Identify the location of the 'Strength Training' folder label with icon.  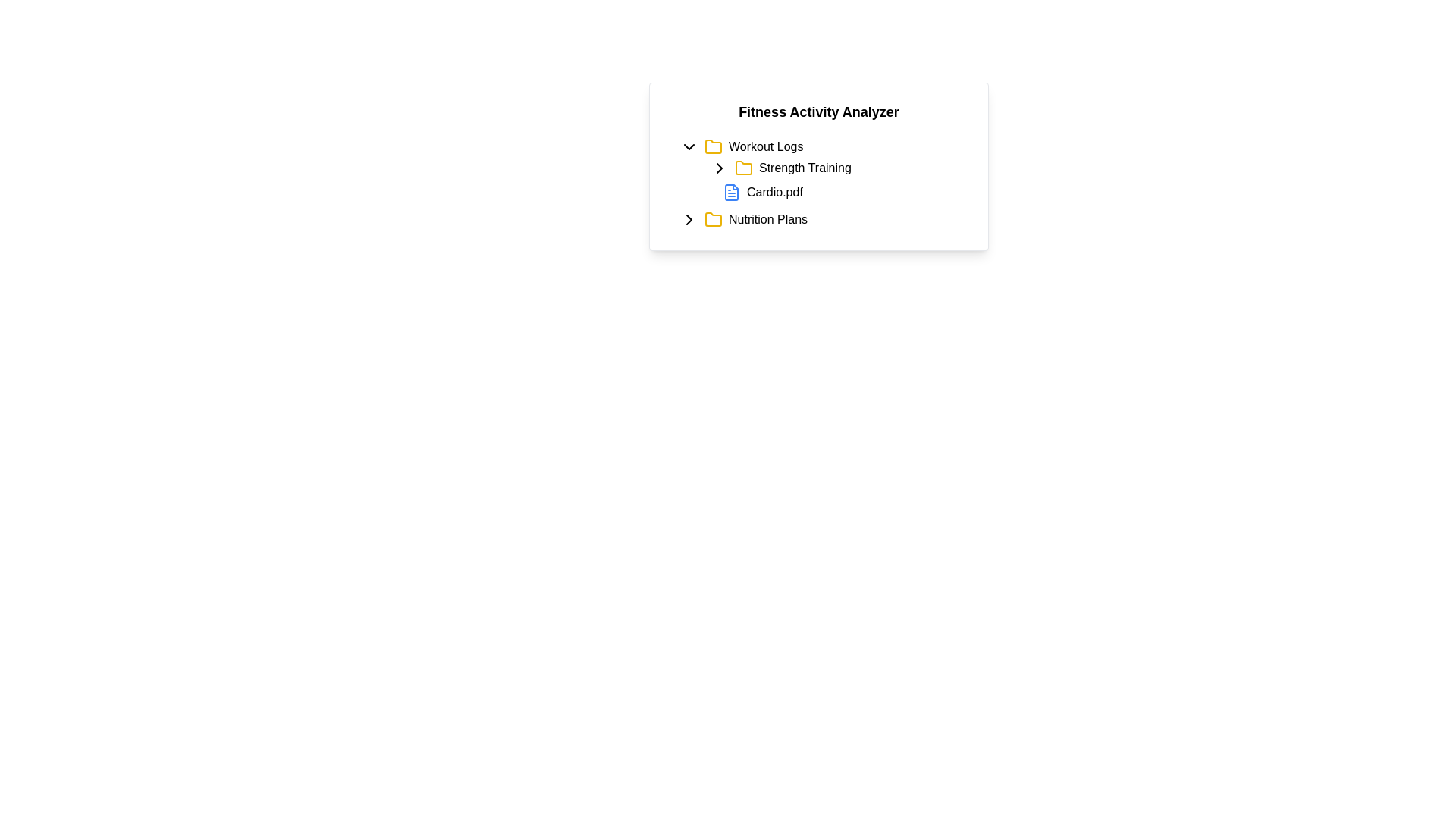
(833, 168).